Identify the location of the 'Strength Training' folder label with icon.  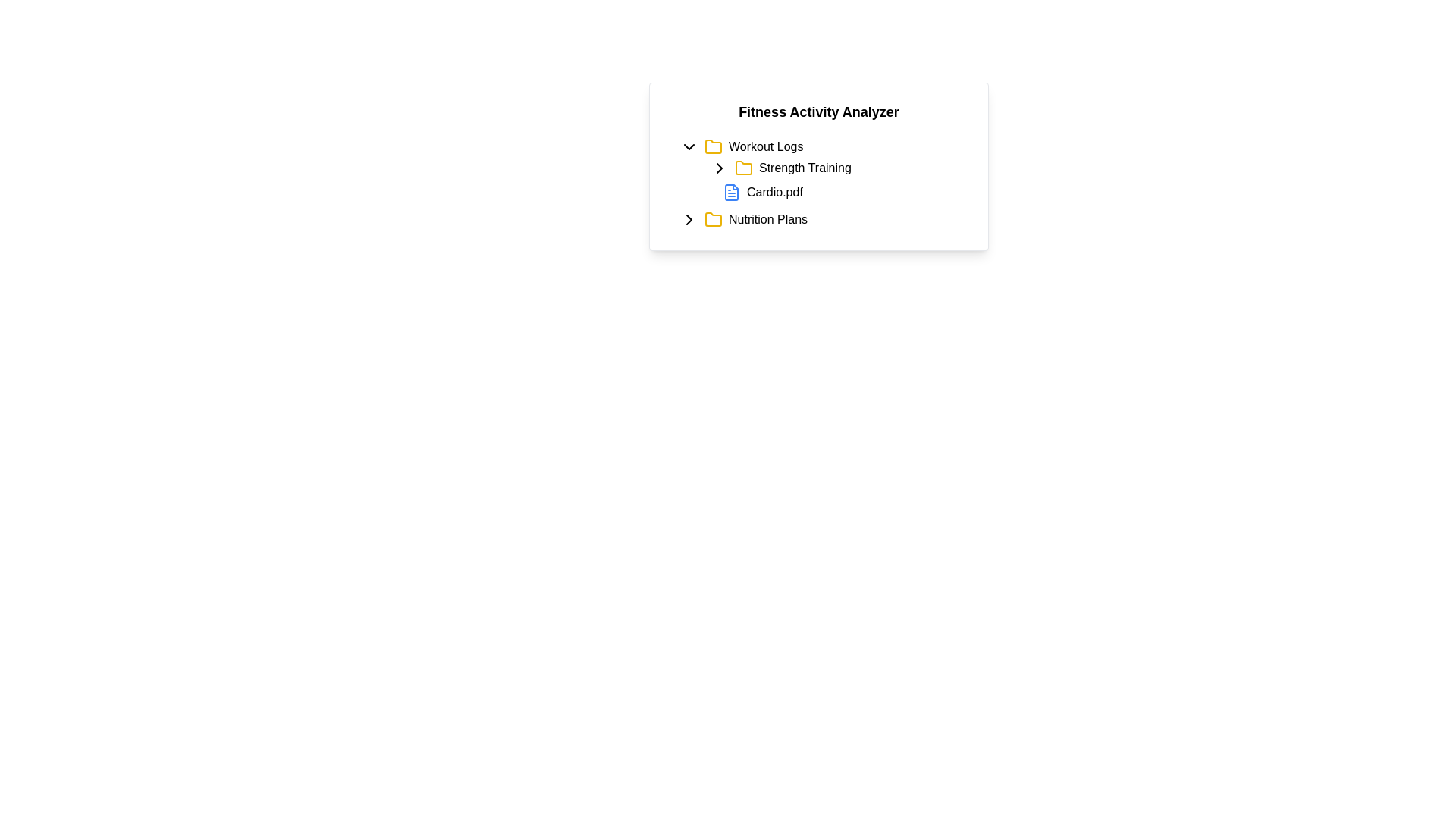
(833, 168).